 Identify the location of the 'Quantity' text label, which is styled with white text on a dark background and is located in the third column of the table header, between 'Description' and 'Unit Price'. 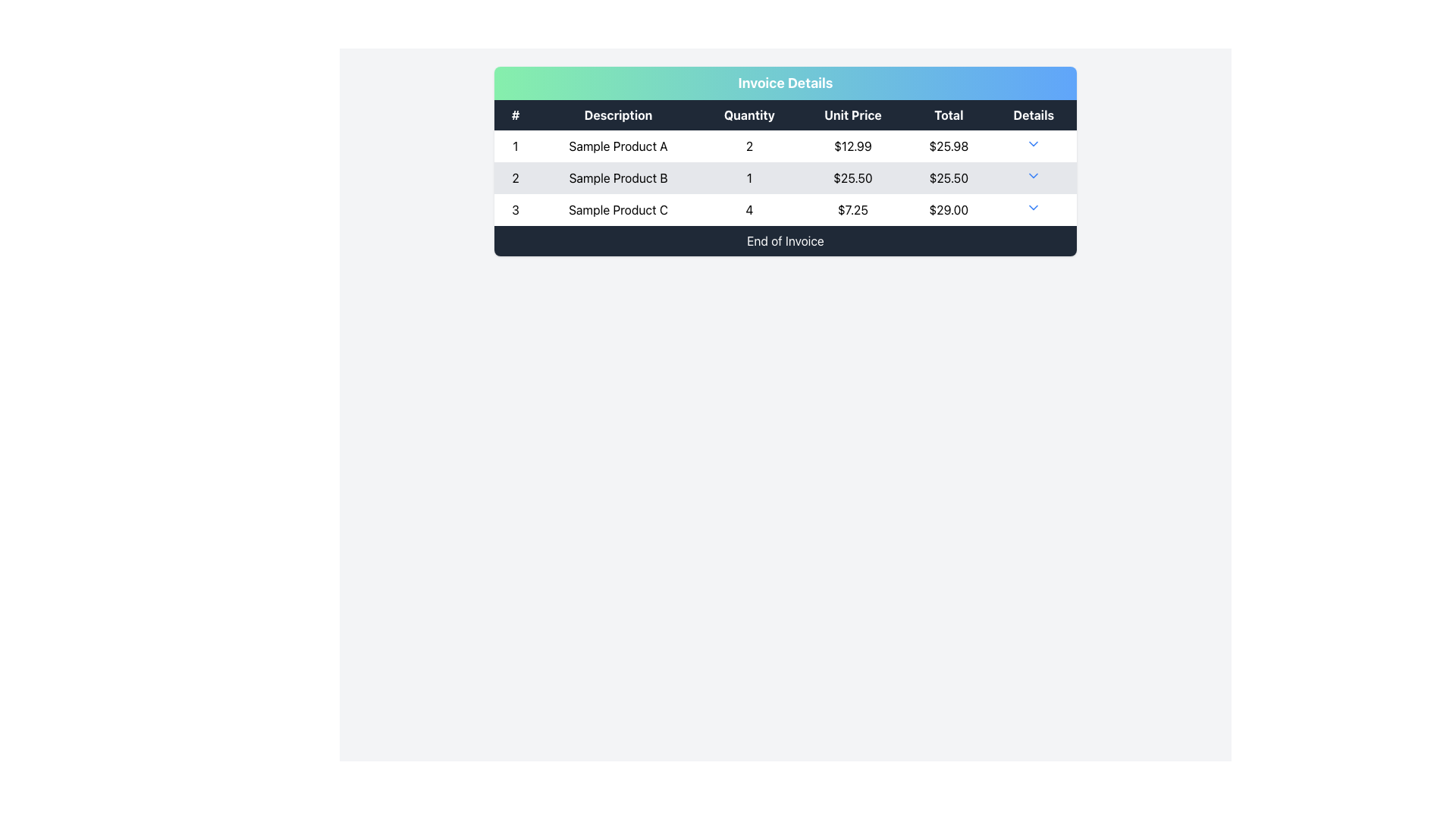
(749, 114).